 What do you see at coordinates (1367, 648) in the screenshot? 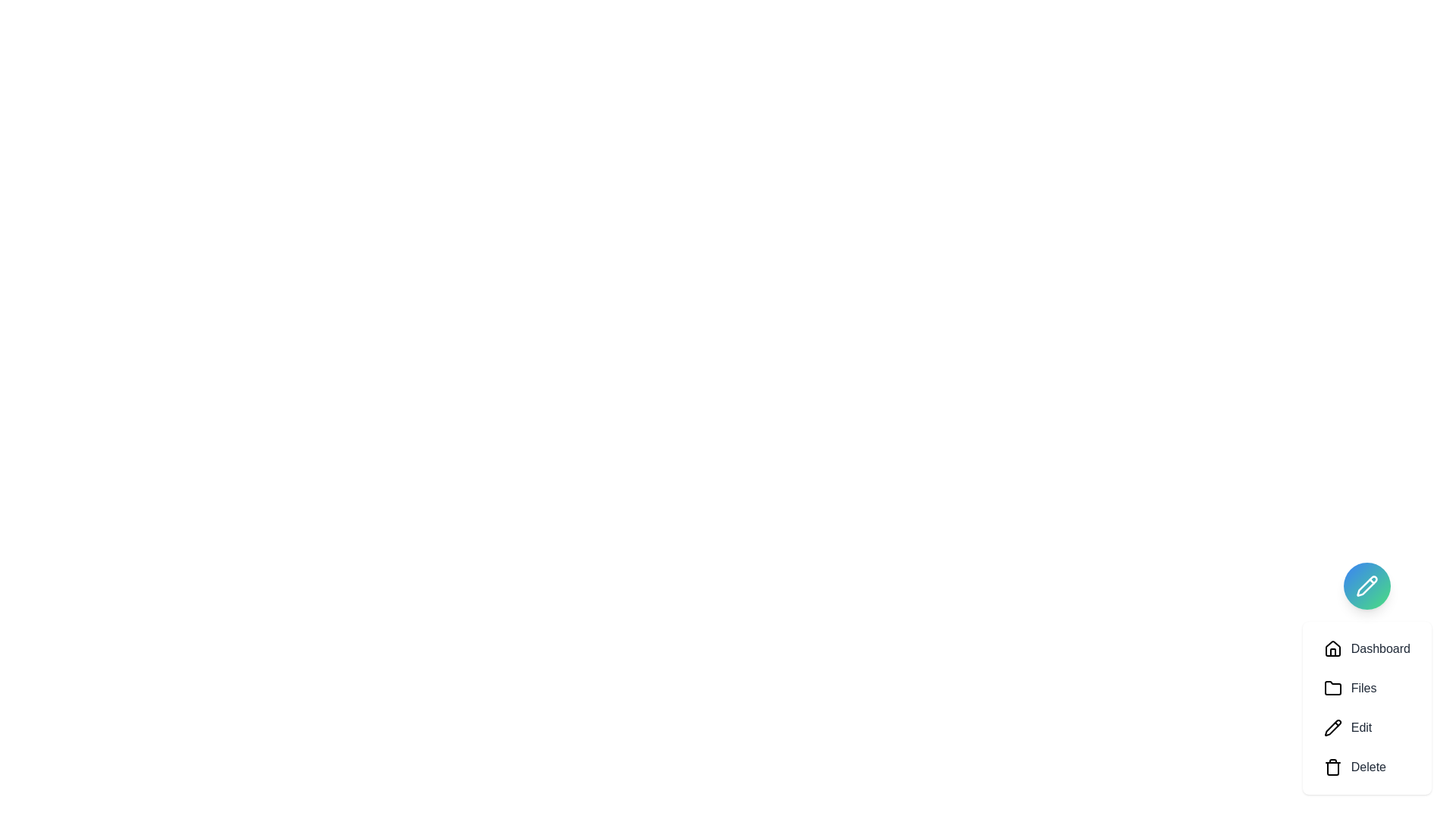
I see `the option Dashboard from the speed dial menu` at bounding box center [1367, 648].